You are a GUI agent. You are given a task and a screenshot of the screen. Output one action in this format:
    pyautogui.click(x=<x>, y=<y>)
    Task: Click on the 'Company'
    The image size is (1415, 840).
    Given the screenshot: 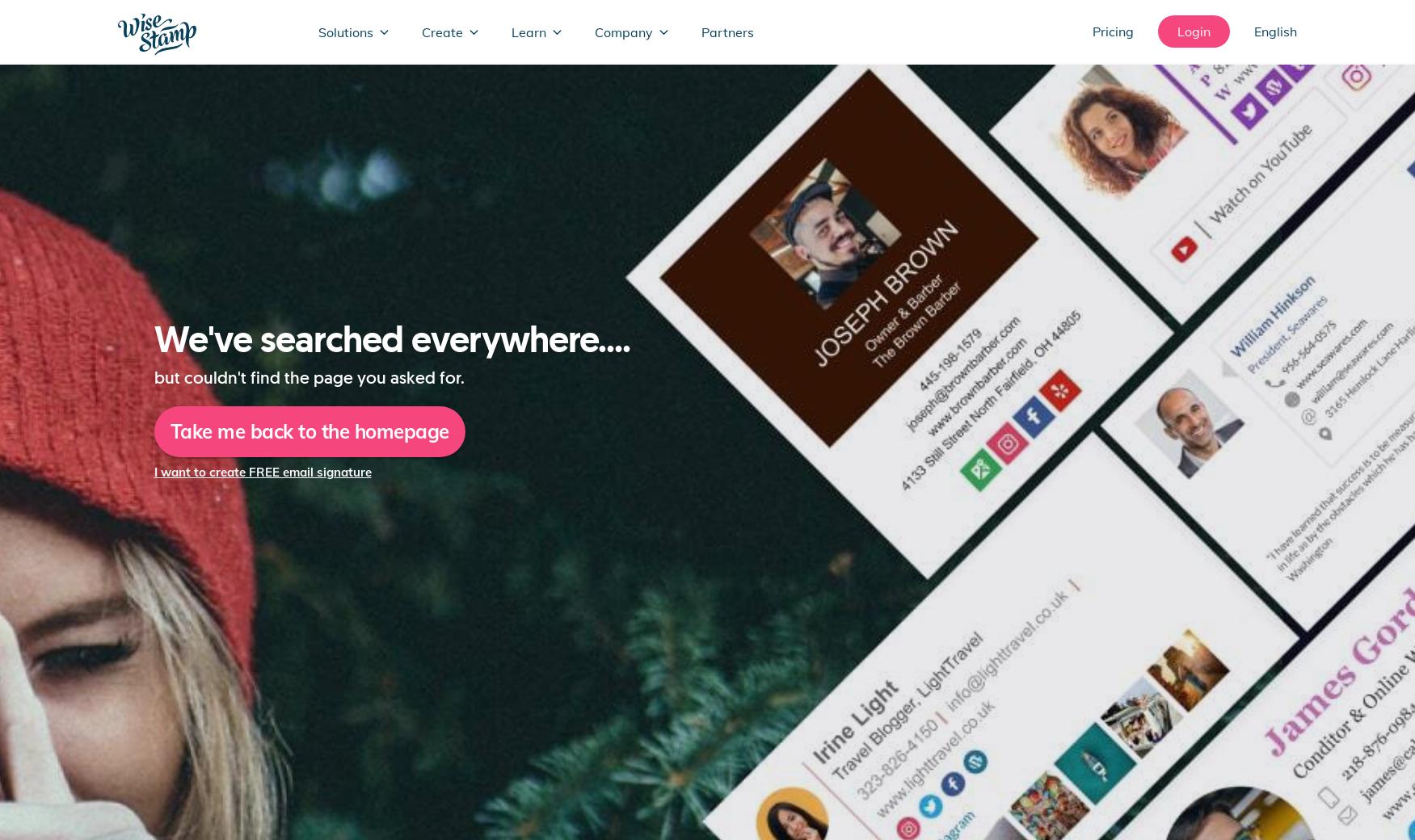 What is the action you would take?
    pyautogui.click(x=621, y=31)
    